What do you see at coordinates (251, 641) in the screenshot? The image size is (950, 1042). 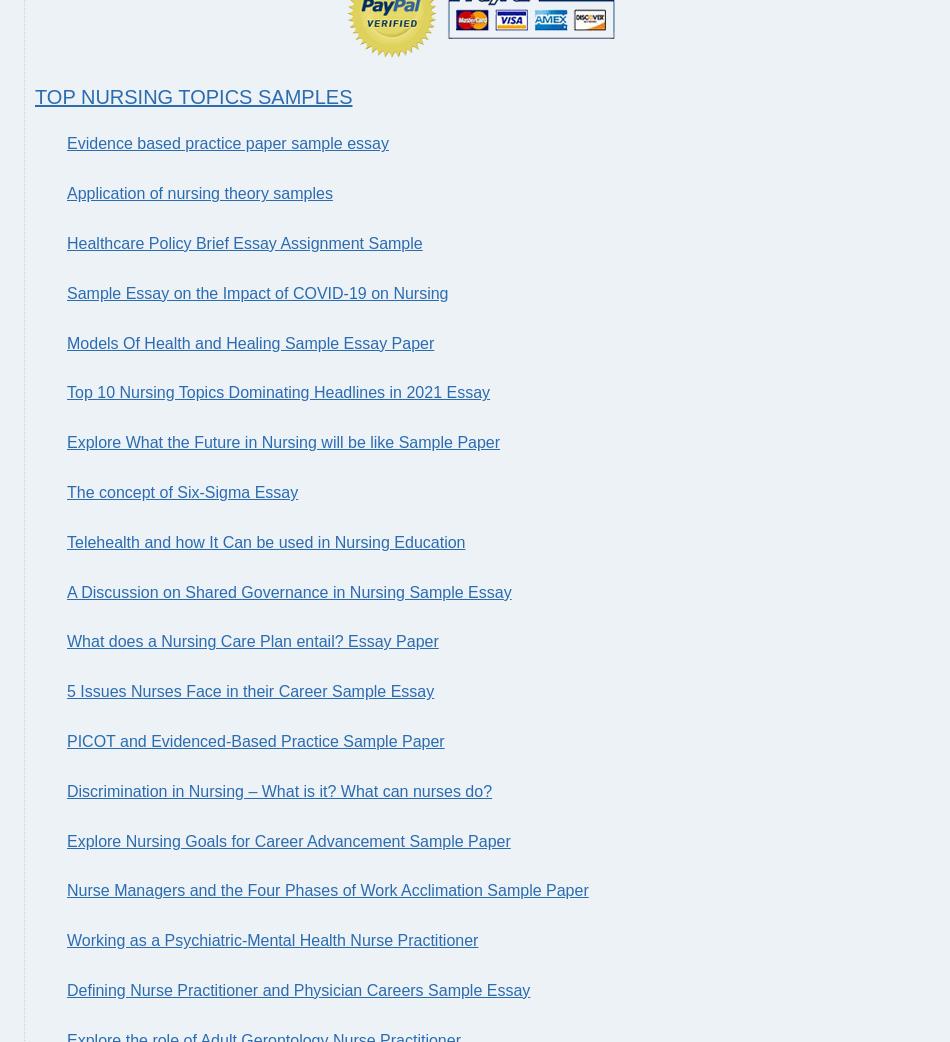 I see `'What does a Nursing Care Plan entail? Essay Paper'` at bounding box center [251, 641].